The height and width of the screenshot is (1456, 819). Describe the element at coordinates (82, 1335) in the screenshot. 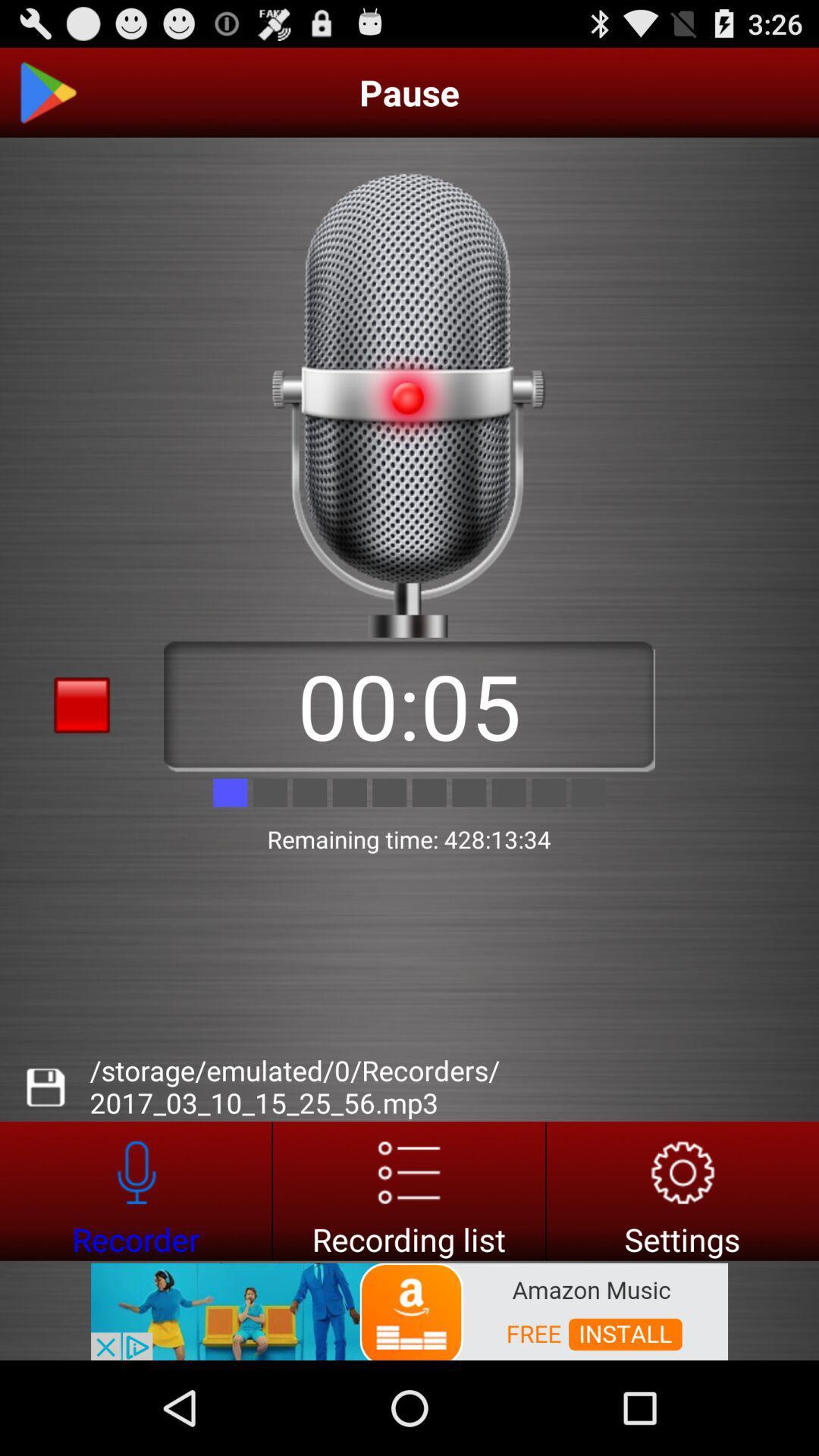

I see `advertisement` at that location.